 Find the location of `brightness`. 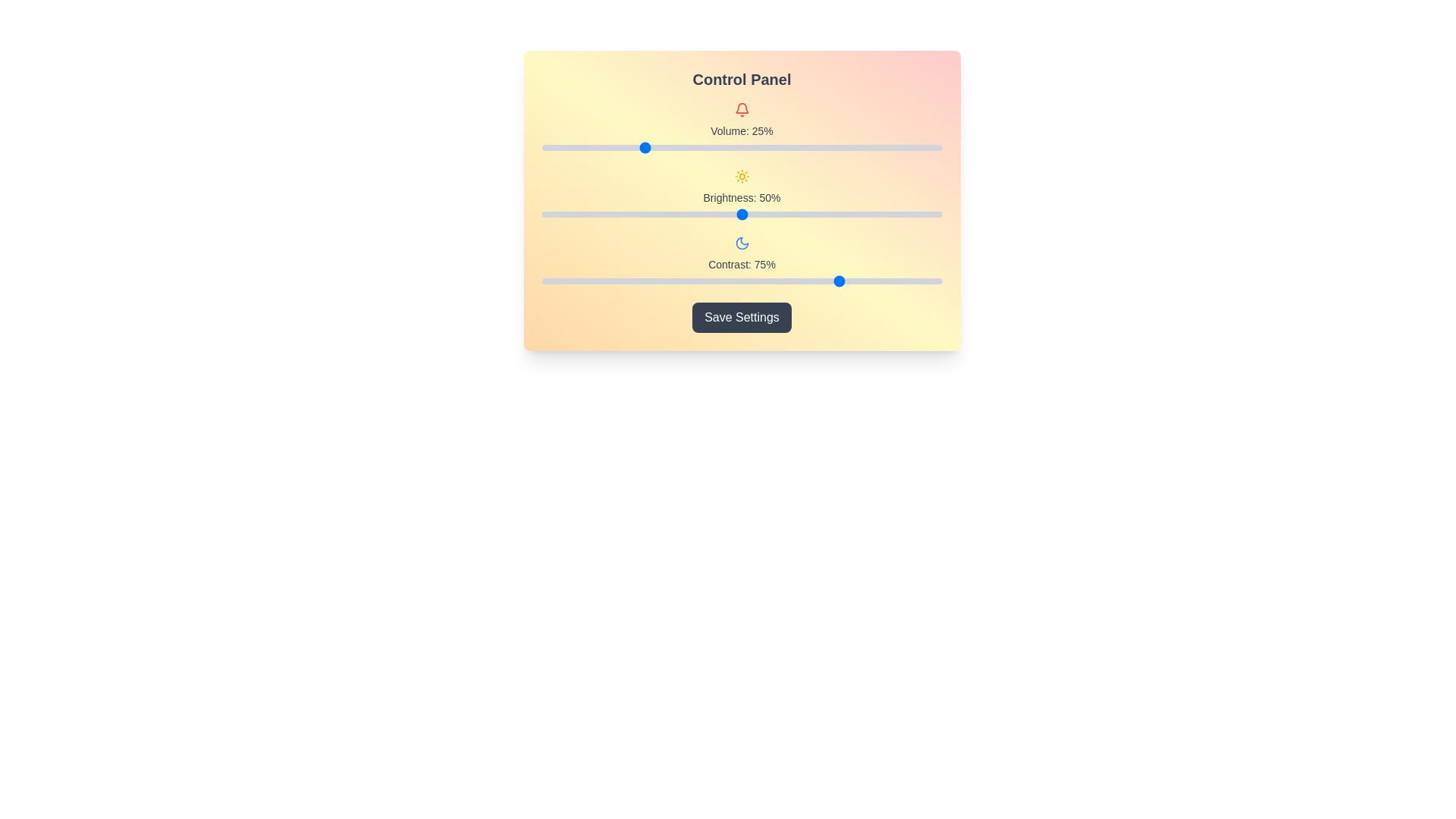

brightness is located at coordinates (870, 214).